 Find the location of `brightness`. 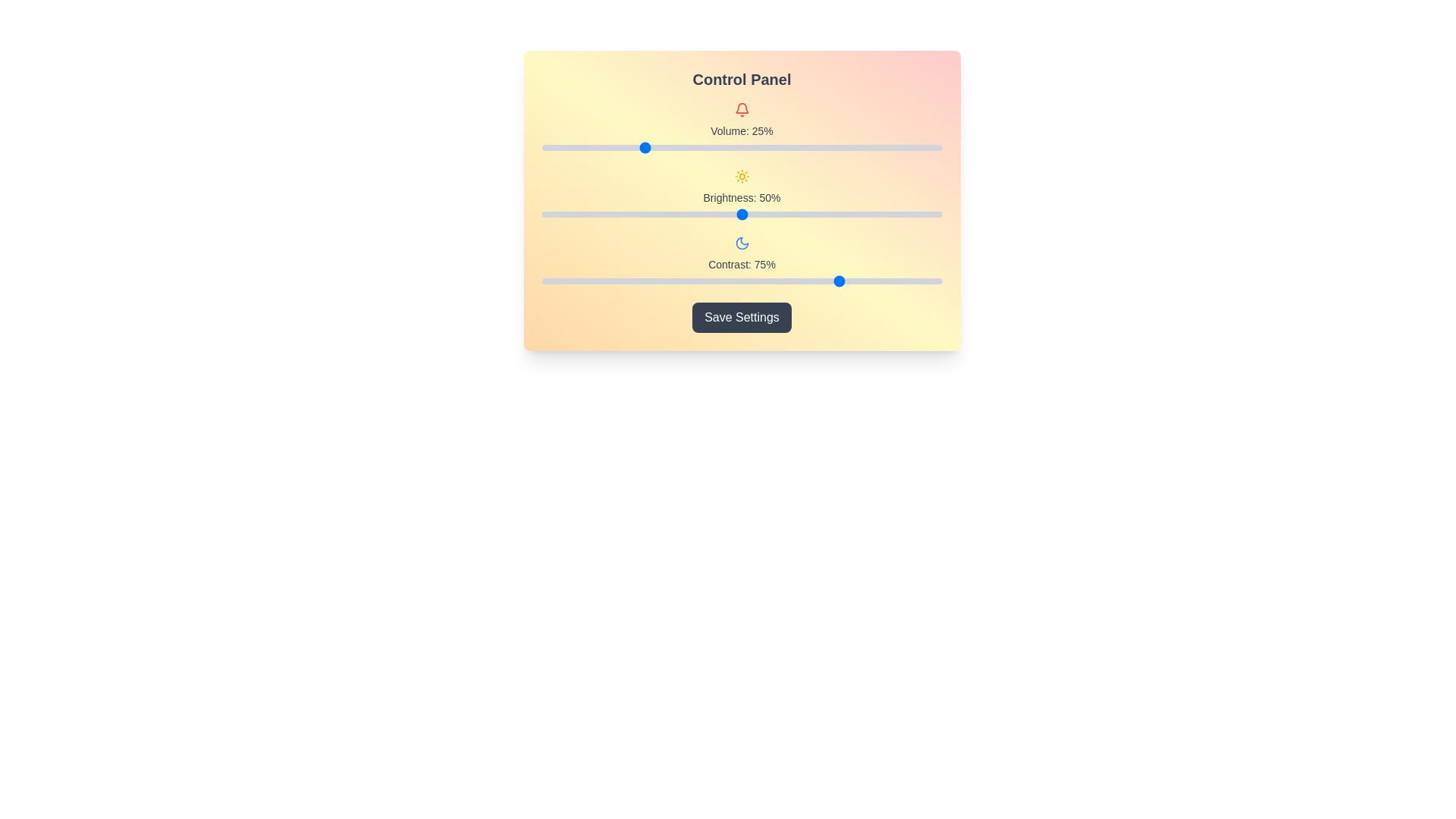

brightness is located at coordinates (870, 214).